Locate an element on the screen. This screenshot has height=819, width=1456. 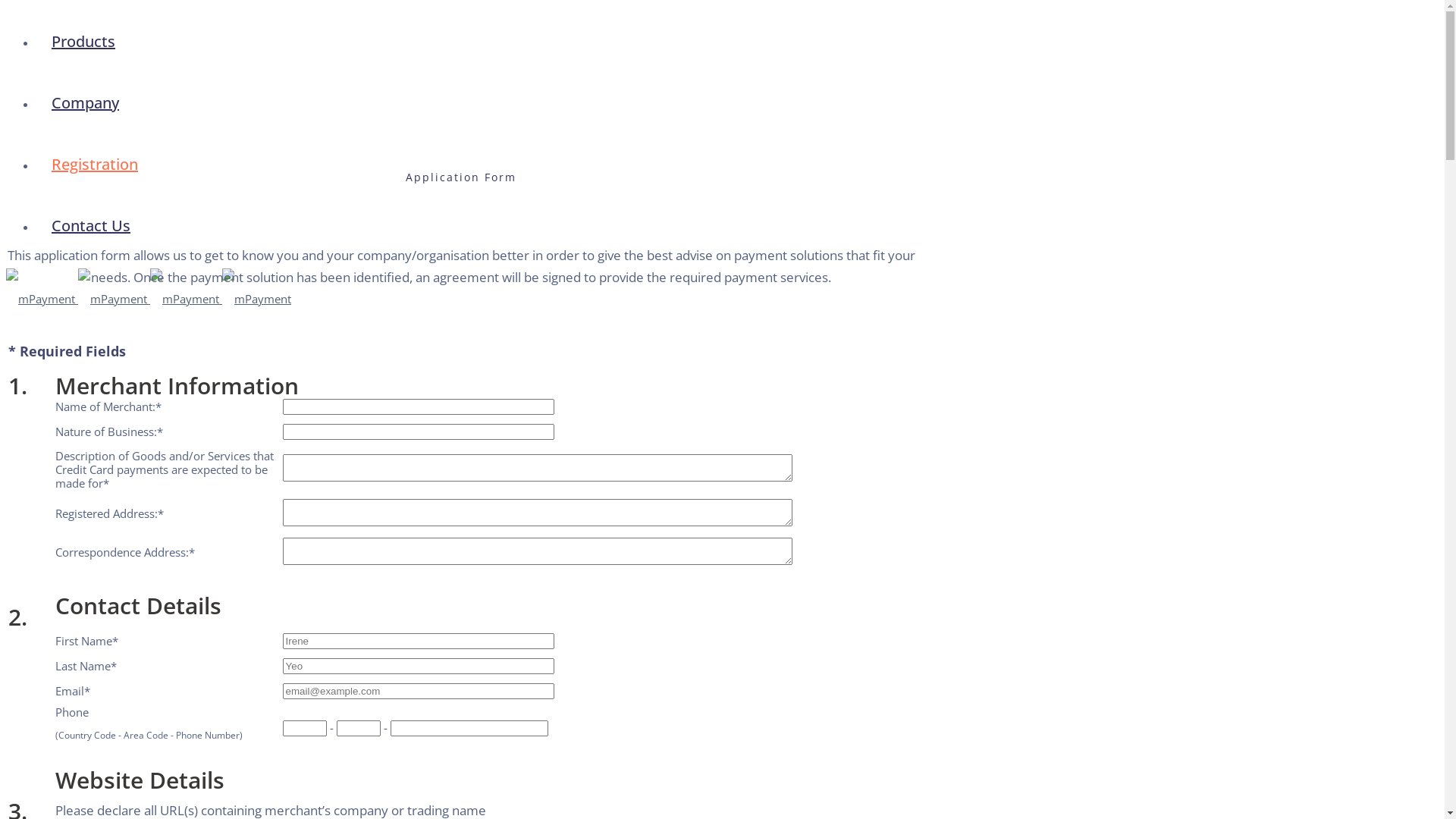
'Products' is located at coordinates (83, 40).